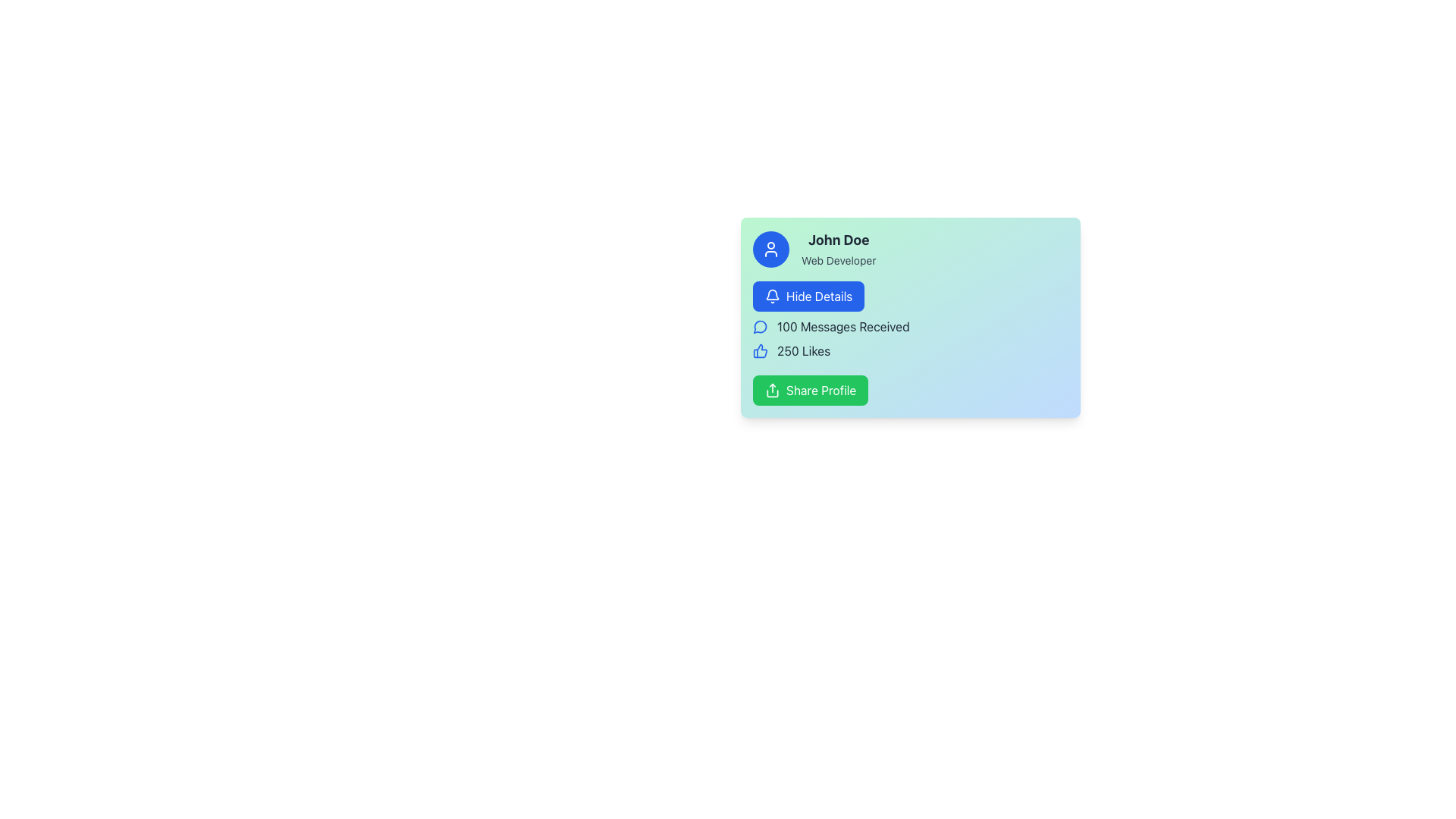 This screenshot has height=819, width=1456. Describe the element at coordinates (761, 350) in the screenshot. I see `the appearance of the likes icon located immediately to the left of the text '250 Likes', which serves as a visual representation for the likes count` at that location.